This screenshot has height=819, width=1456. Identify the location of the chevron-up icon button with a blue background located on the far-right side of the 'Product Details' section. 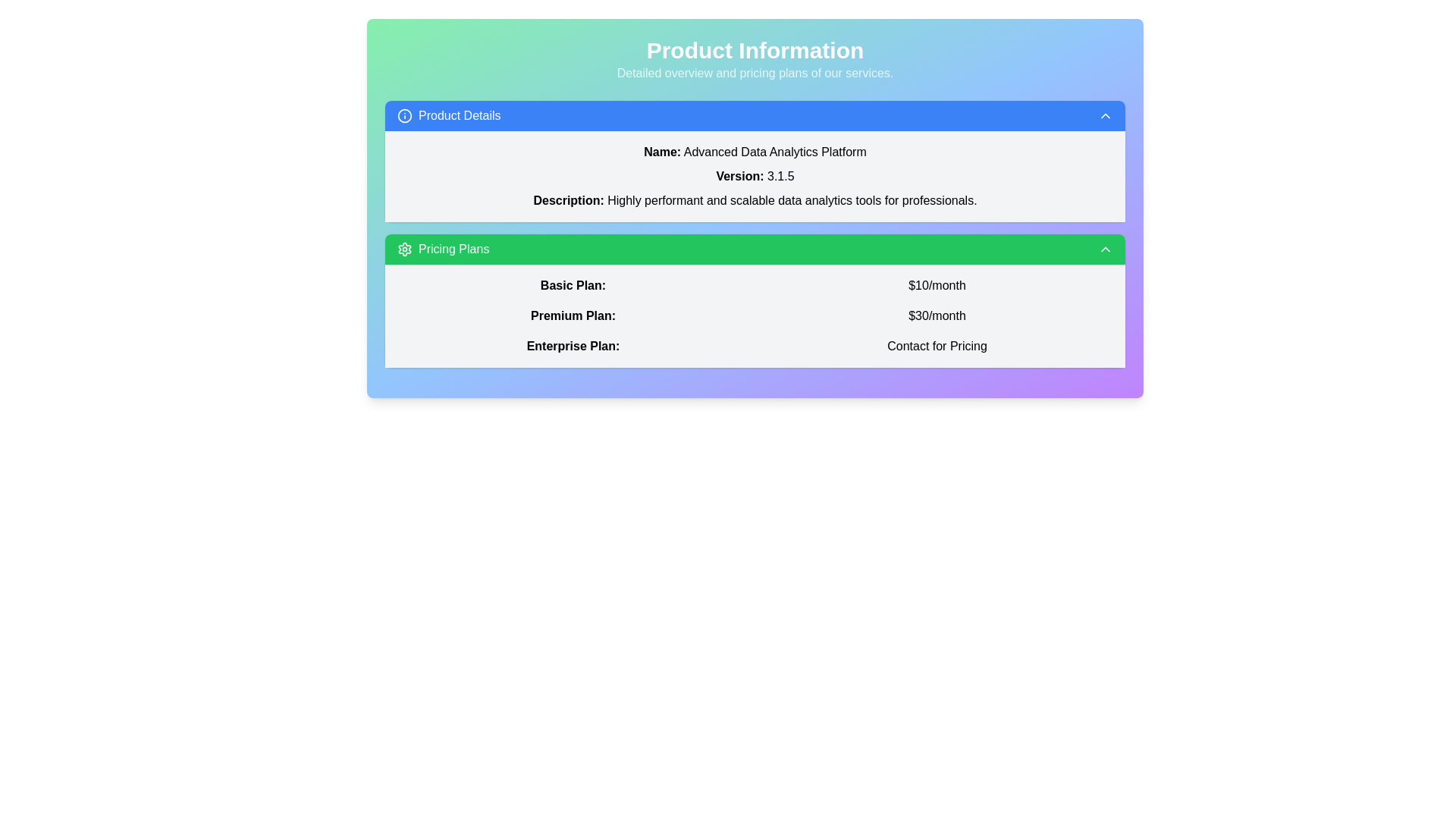
(1106, 115).